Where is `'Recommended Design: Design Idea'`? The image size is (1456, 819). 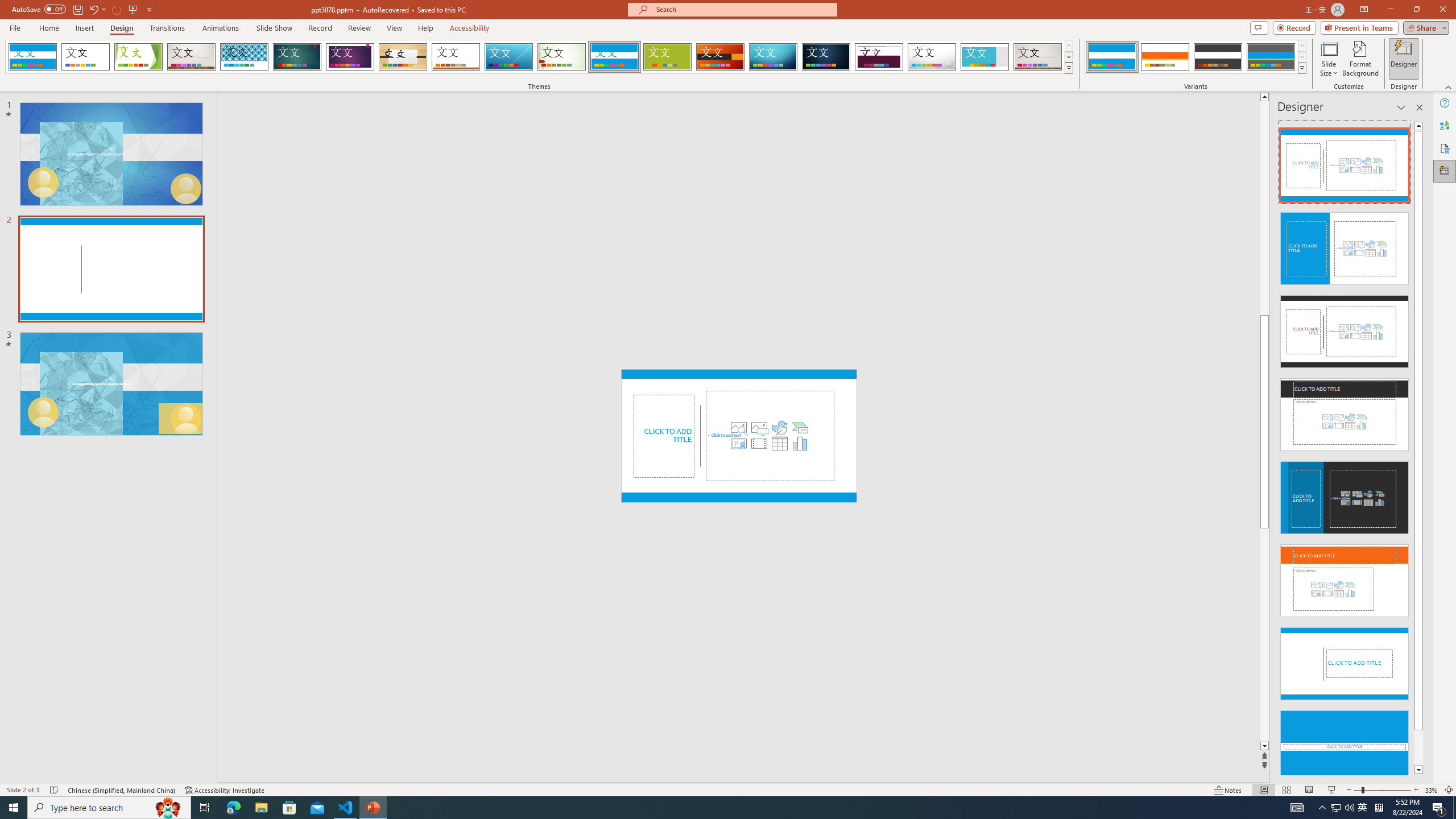
'Recommended Design: Design Idea' is located at coordinates (1345, 162).